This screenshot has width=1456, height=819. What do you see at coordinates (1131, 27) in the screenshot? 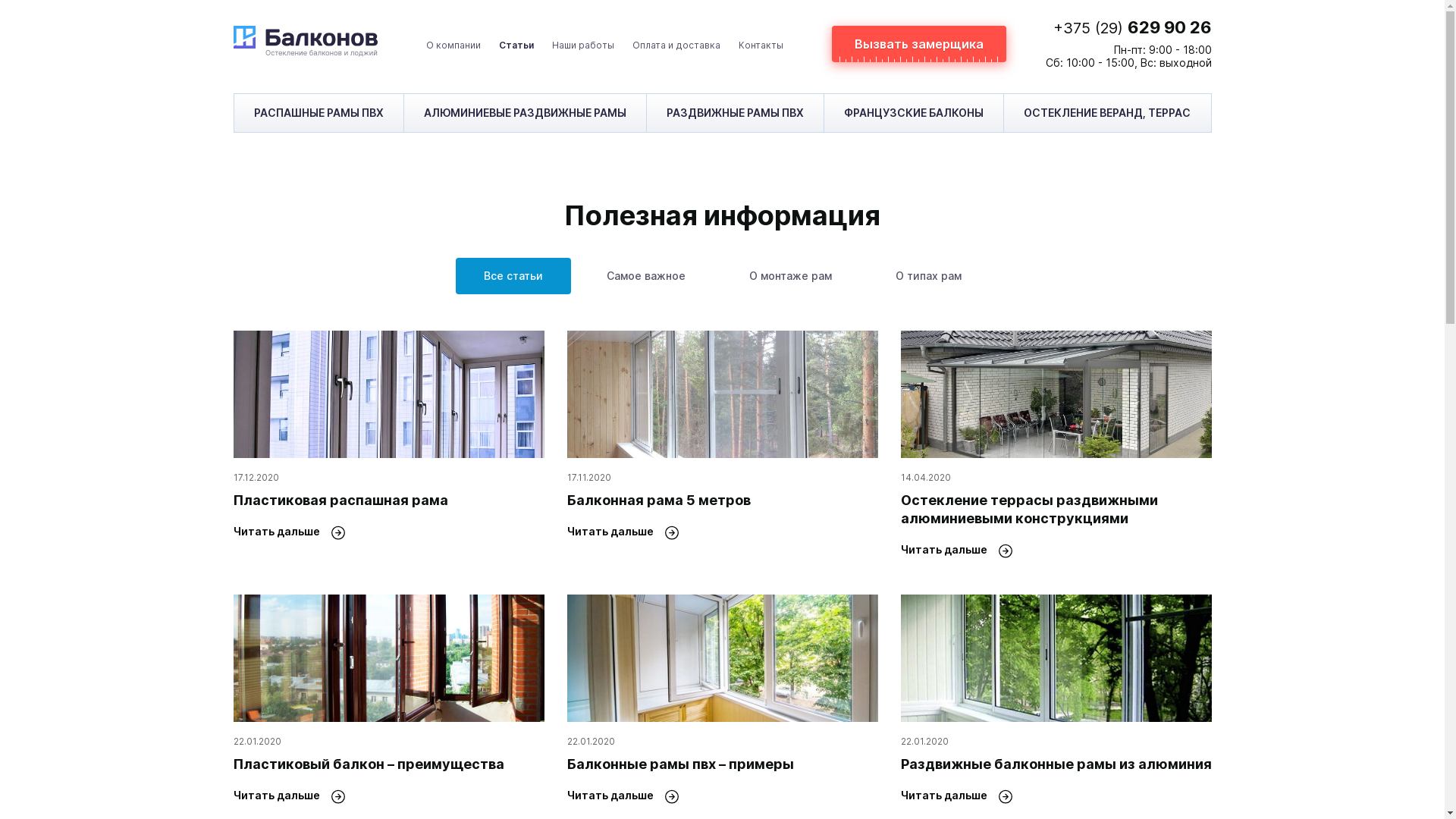
I see `'+375 (29) 629 90 26'` at bounding box center [1131, 27].